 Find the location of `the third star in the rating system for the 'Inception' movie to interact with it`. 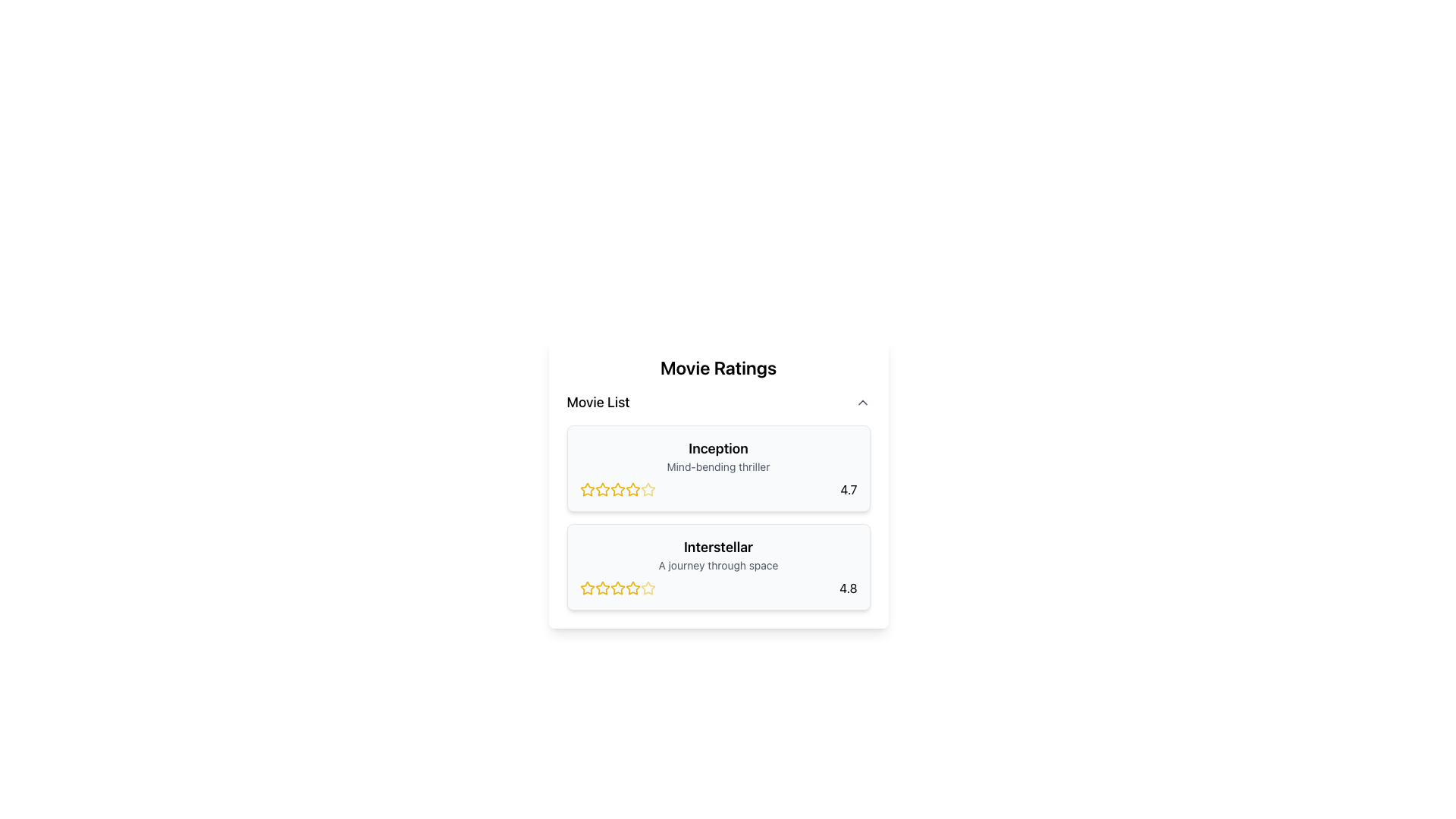

the third star in the rating system for the 'Inception' movie to interact with it is located at coordinates (632, 489).